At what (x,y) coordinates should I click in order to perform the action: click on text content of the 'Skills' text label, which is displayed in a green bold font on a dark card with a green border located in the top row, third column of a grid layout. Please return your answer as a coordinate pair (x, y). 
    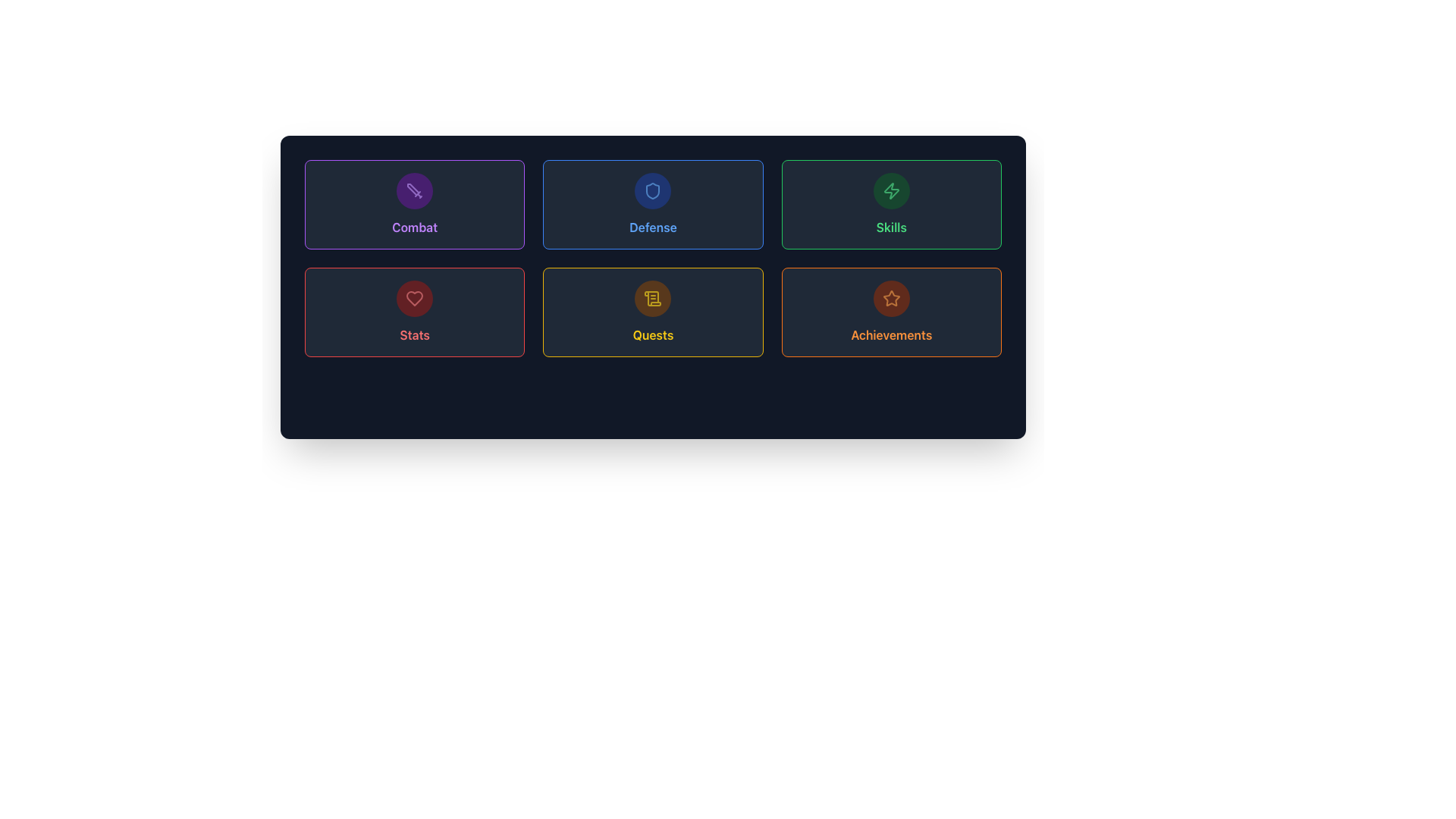
    Looking at the image, I should click on (891, 227).